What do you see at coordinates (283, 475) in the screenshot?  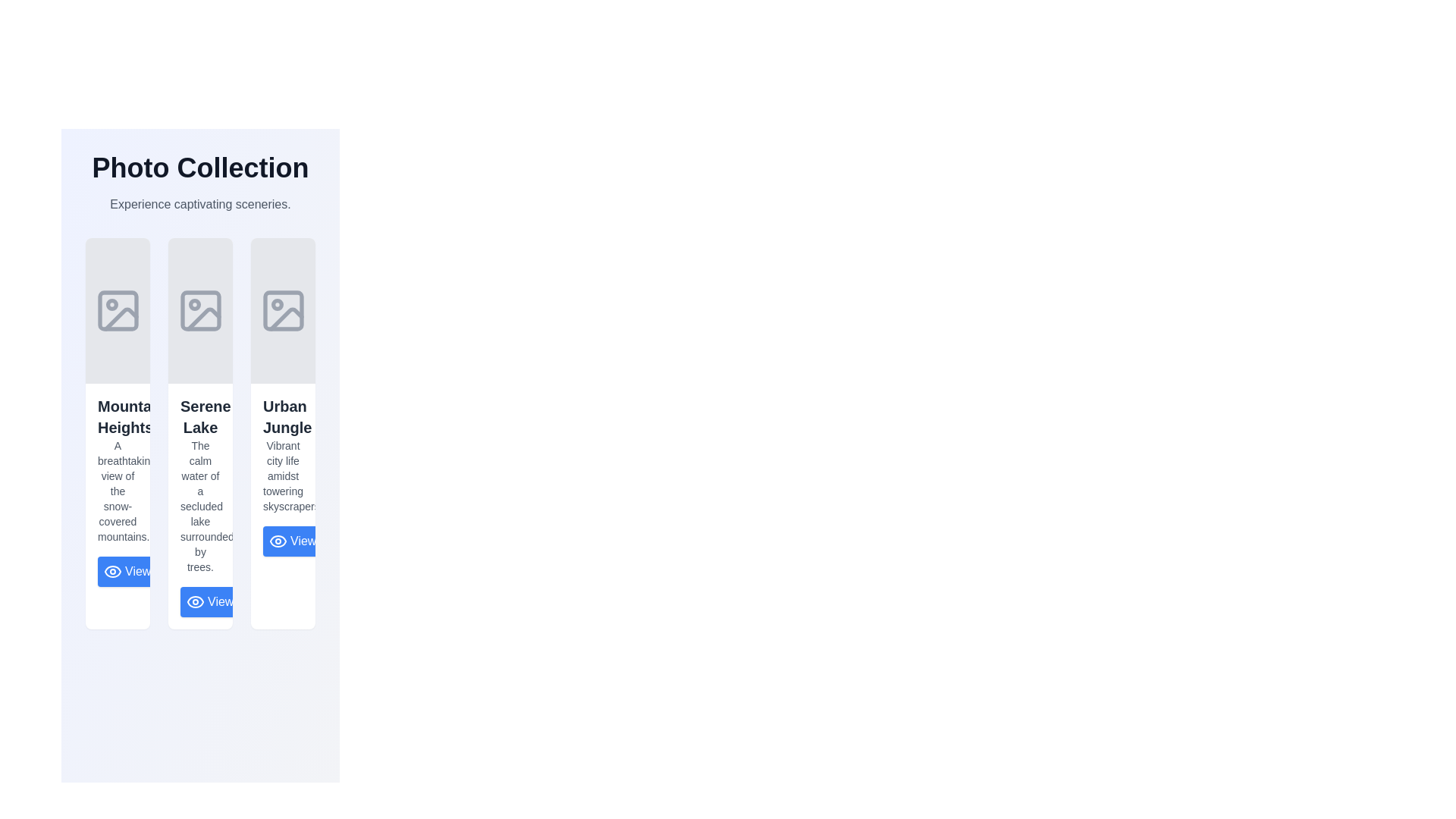 I see `the text block that provides a descriptive title and short description in the third card of the horizontally aligned list, located beneath the image placeholder and above the blue buttons labeled 'View'` at bounding box center [283, 475].